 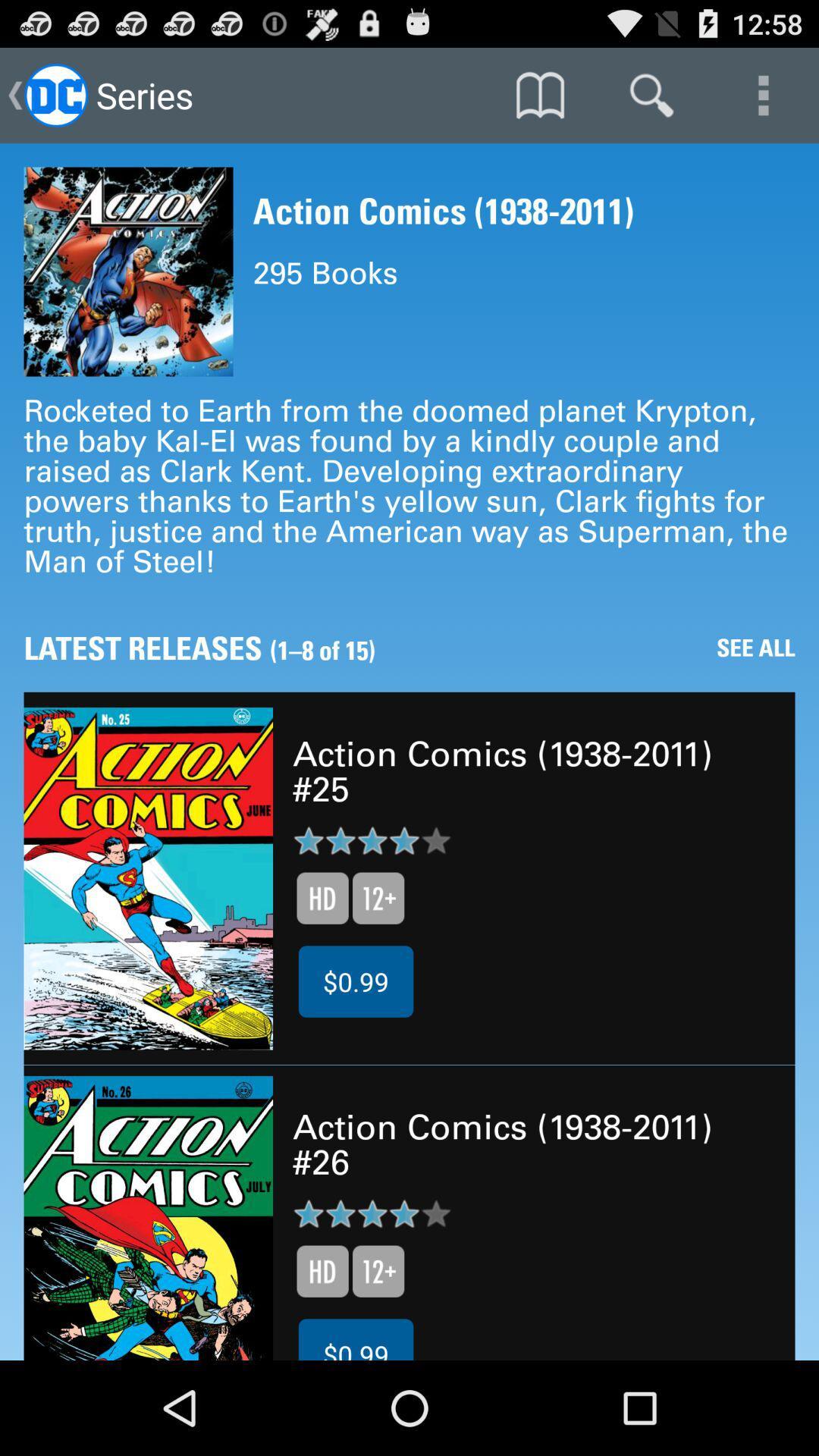 What do you see at coordinates (55, 94) in the screenshot?
I see `the icon which is left side of the series at top left side of the page` at bounding box center [55, 94].